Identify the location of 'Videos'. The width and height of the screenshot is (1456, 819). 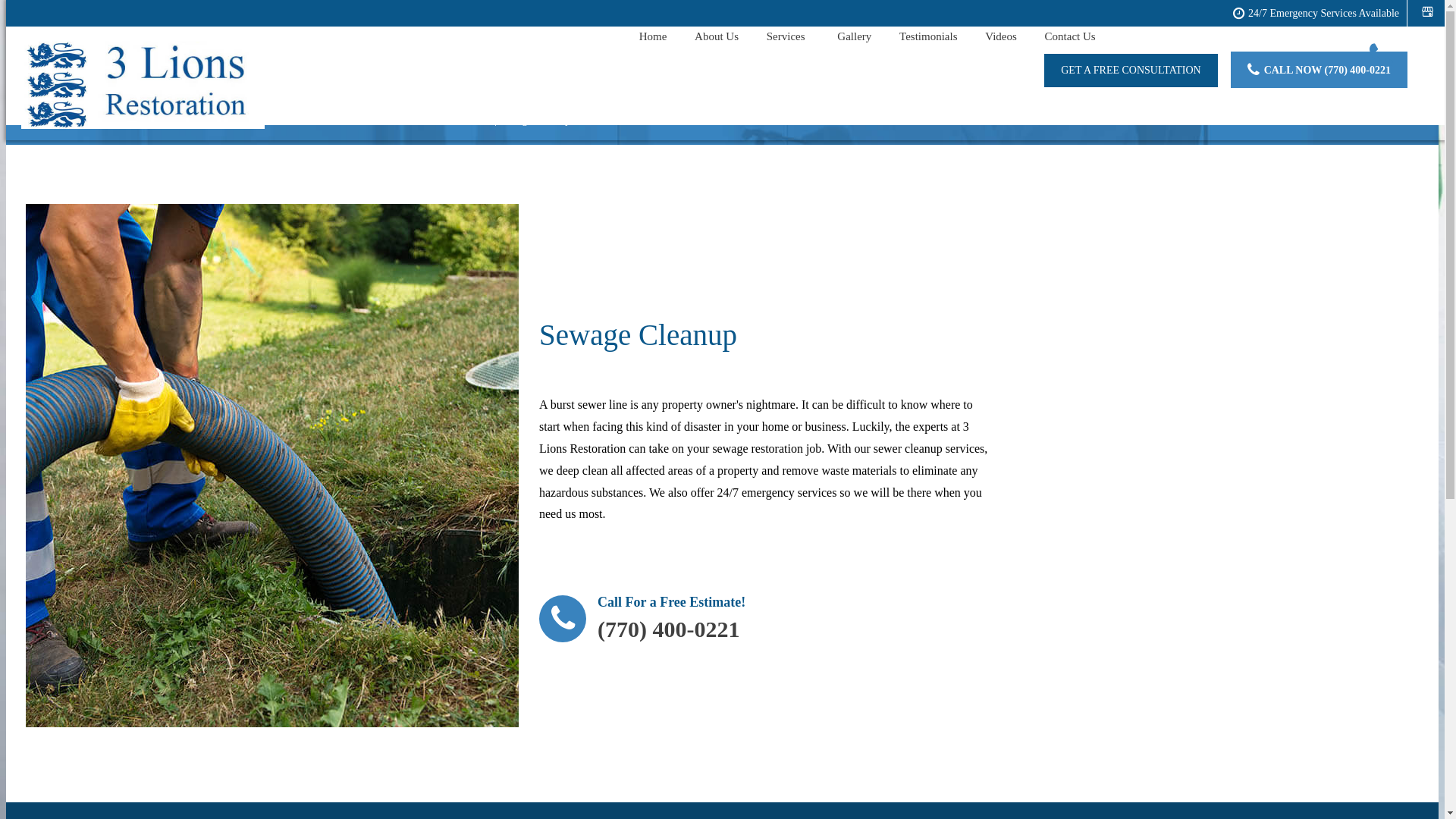
(1001, 36).